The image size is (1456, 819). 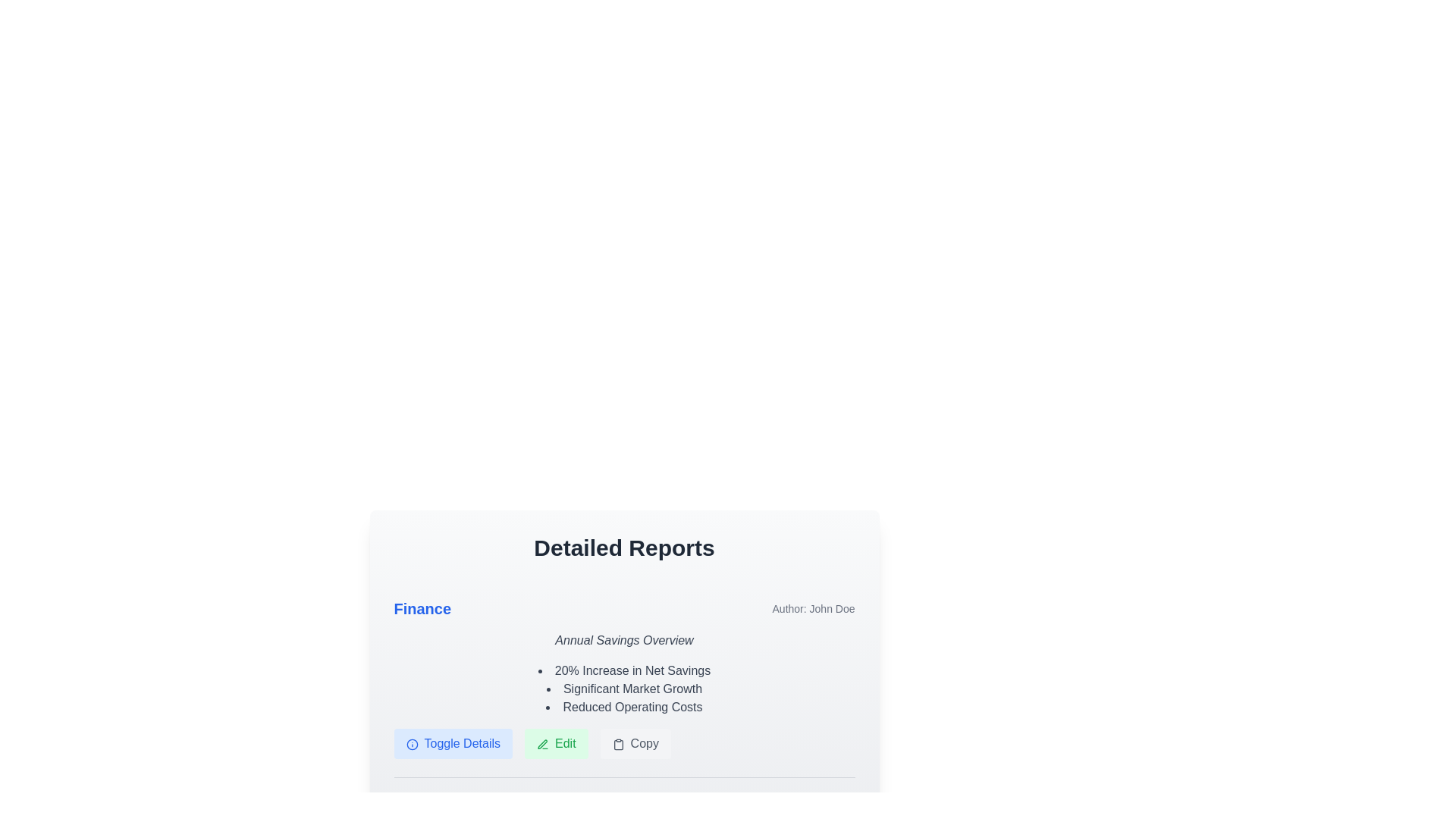 I want to click on the textual bullet list item displaying 'Reduced Operating Costs', which is the third item in the list under 'Annual Savings Overview', so click(x=624, y=708).